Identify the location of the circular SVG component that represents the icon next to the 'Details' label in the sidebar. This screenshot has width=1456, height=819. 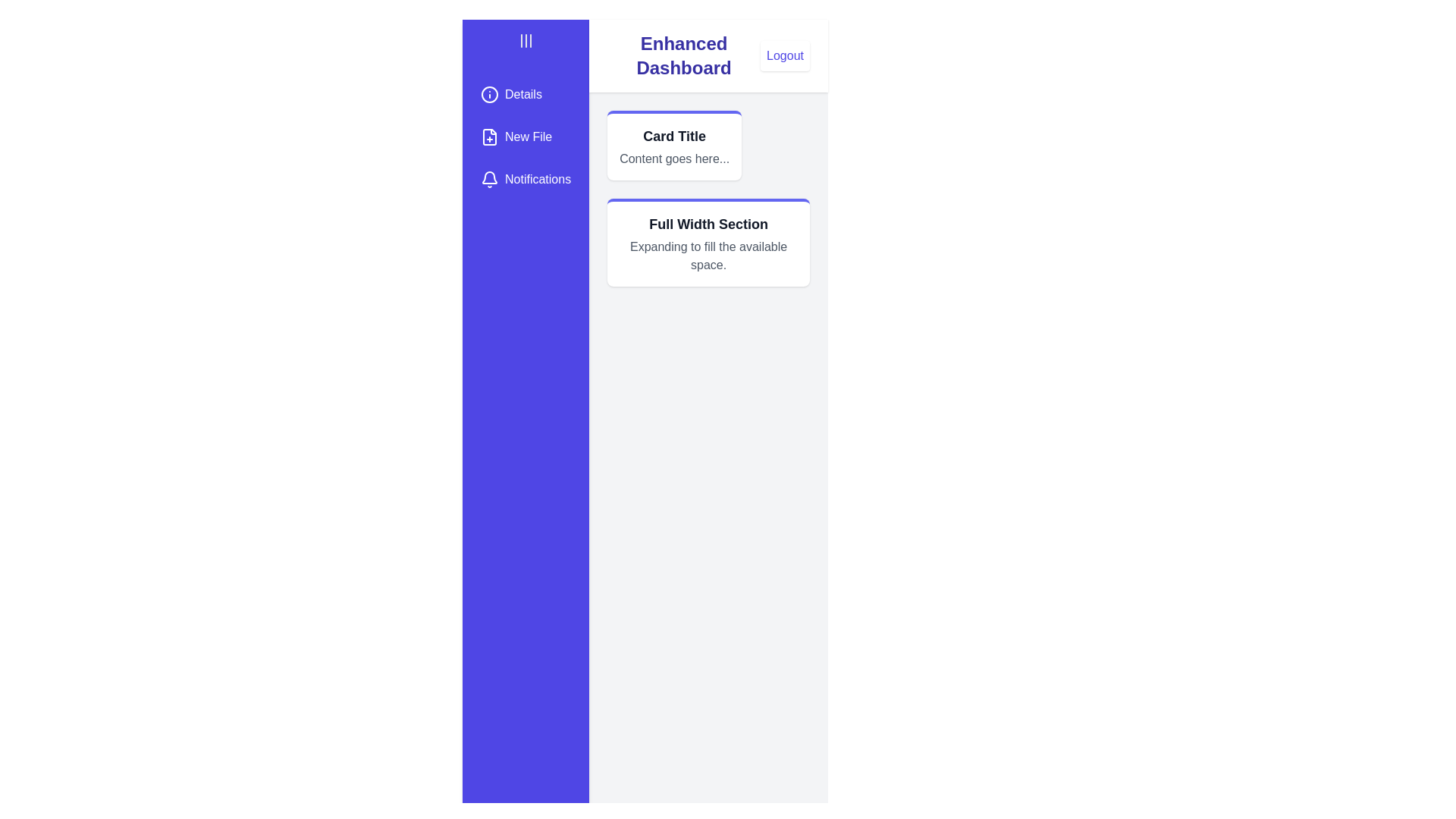
(490, 94).